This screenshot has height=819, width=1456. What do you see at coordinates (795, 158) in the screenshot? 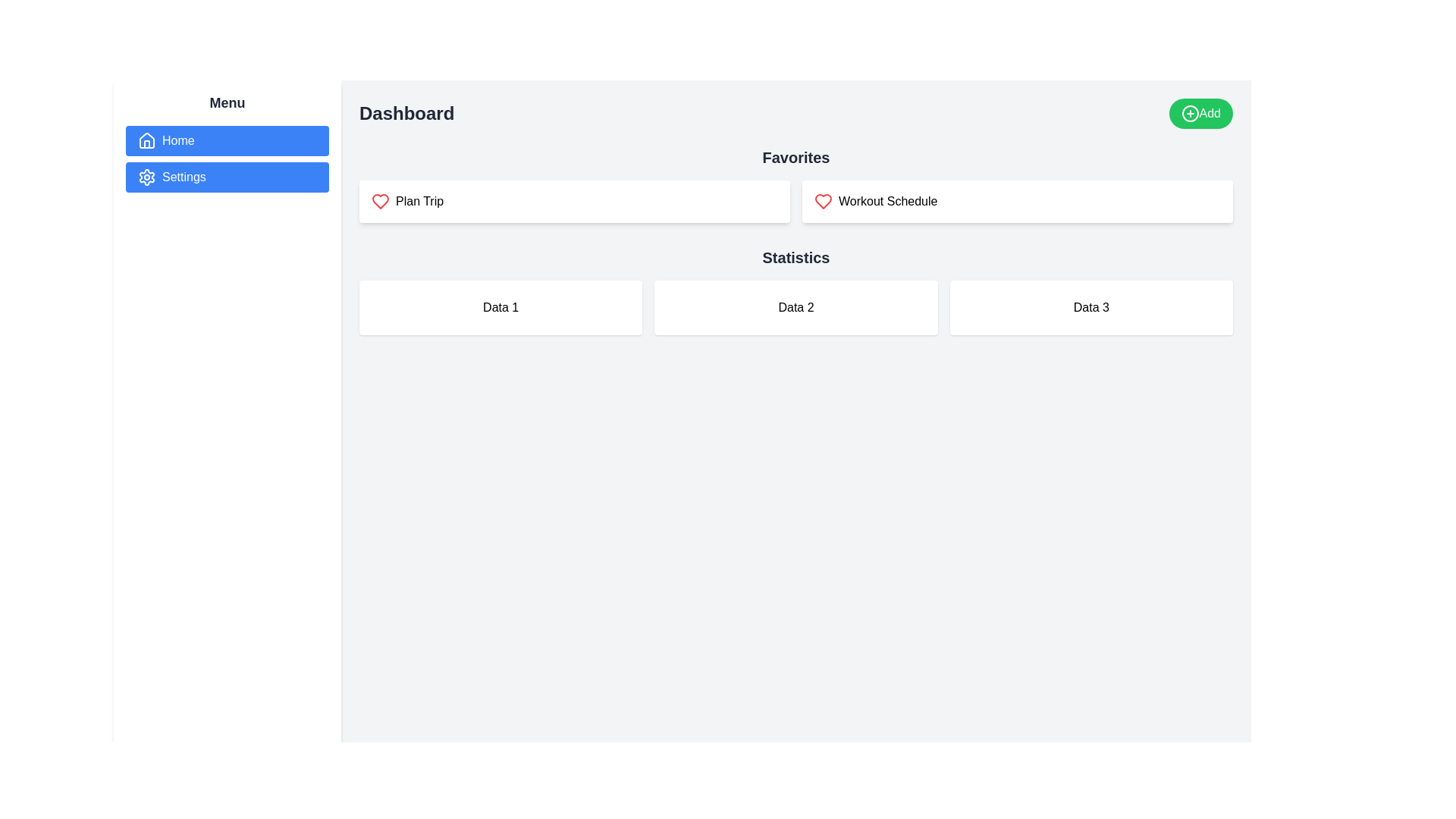
I see `text label that says 'Favorites', which is a large, bold, dark gray font located in the header section, above 'Plan Trip' and 'Workout Schedule'` at bounding box center [795, 158].